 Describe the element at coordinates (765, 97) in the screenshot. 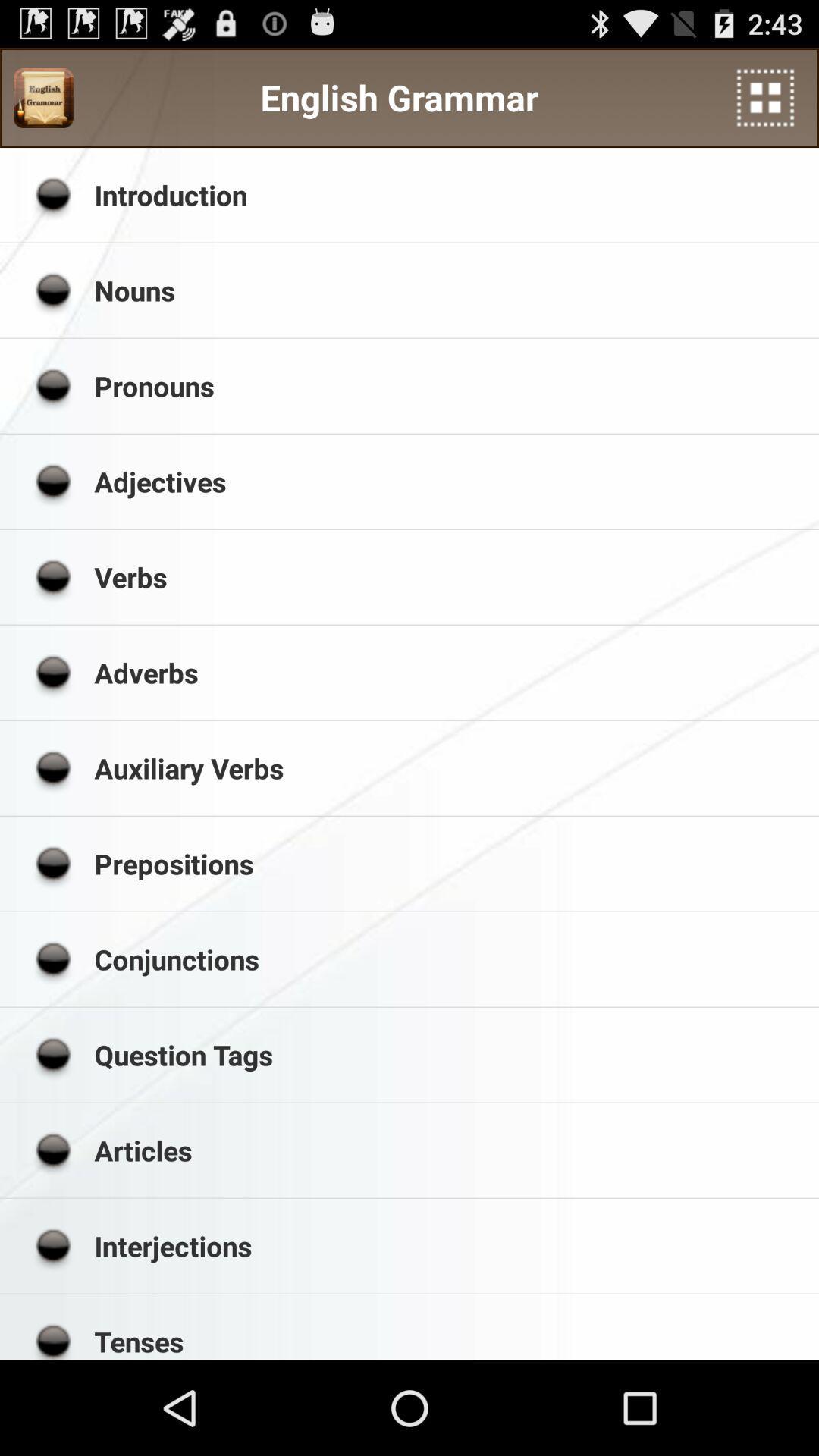

I see `the button at the top right corner` at that location.